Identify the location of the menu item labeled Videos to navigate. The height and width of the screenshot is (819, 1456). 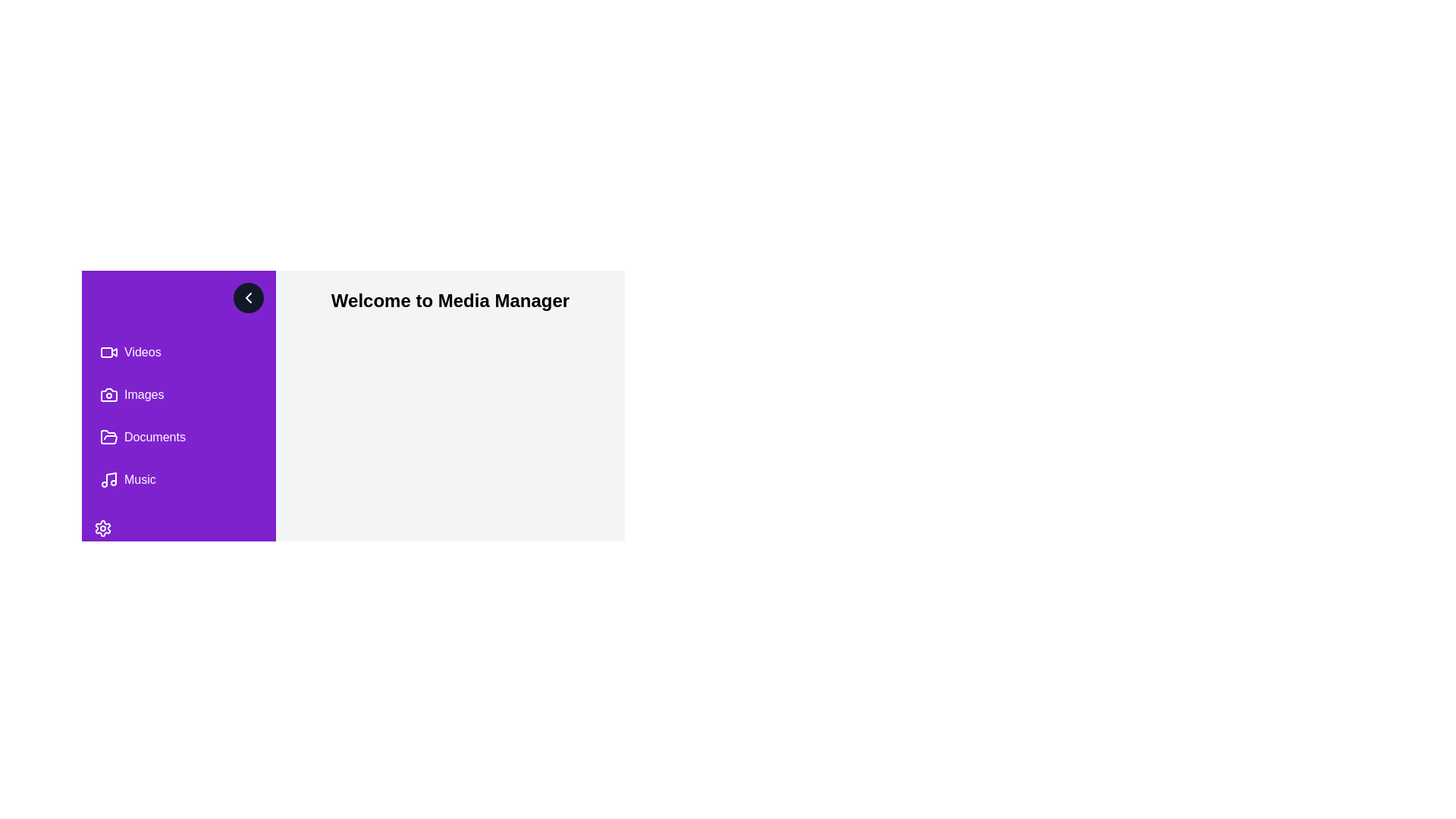
(178, 353).